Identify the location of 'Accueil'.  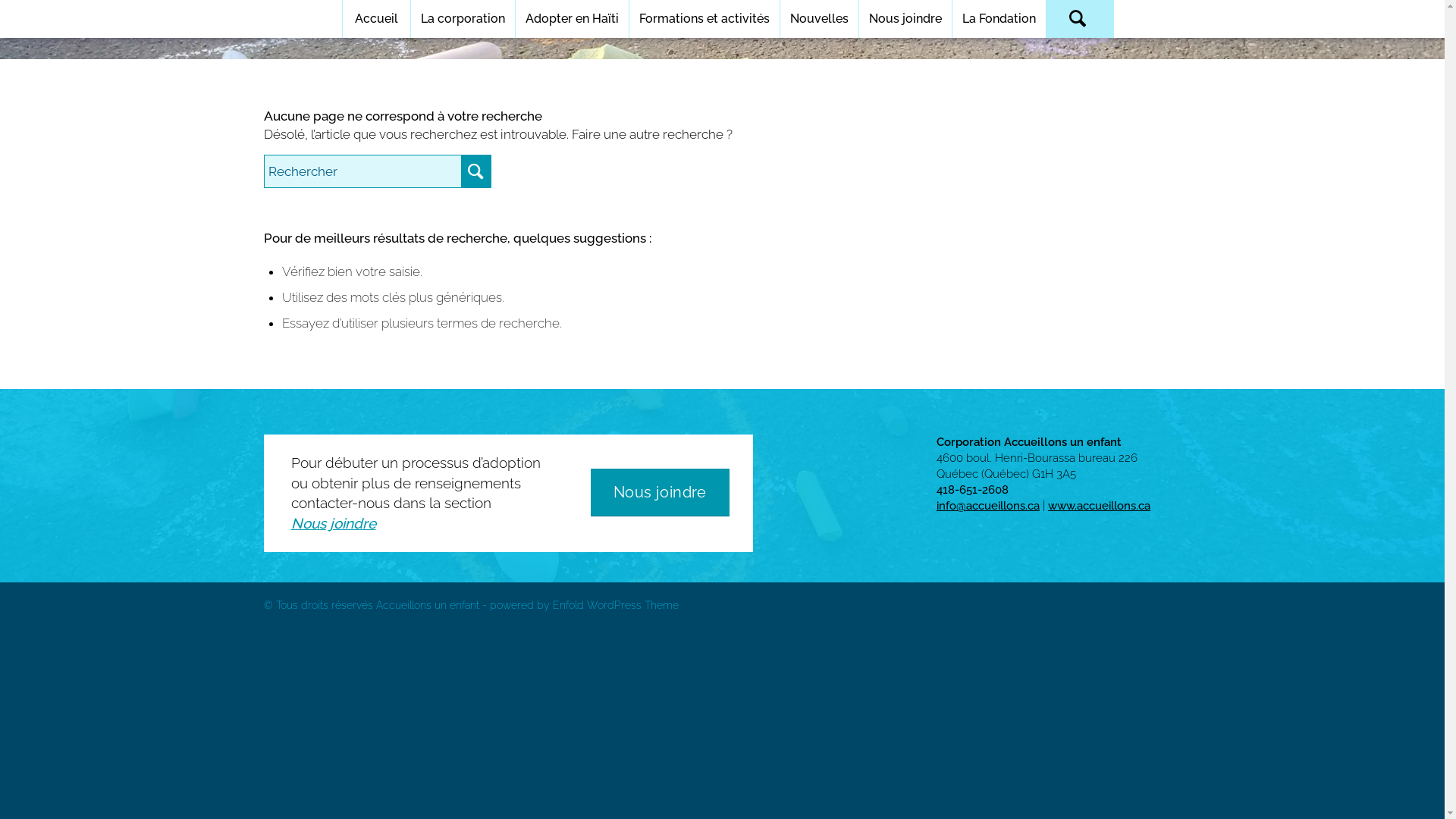
(375, 18).